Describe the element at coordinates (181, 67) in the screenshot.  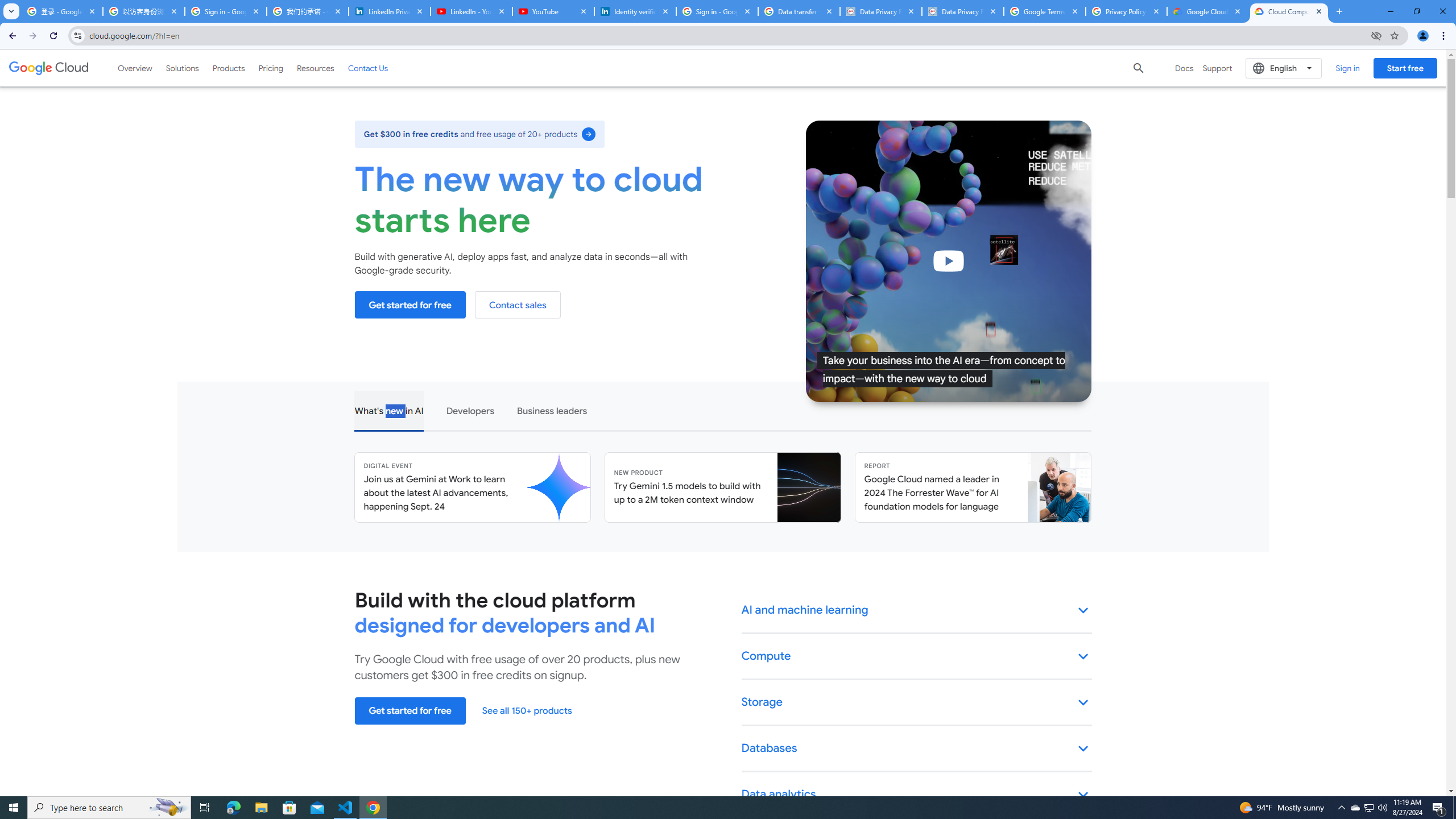
I see `'Solutions'` at that location.